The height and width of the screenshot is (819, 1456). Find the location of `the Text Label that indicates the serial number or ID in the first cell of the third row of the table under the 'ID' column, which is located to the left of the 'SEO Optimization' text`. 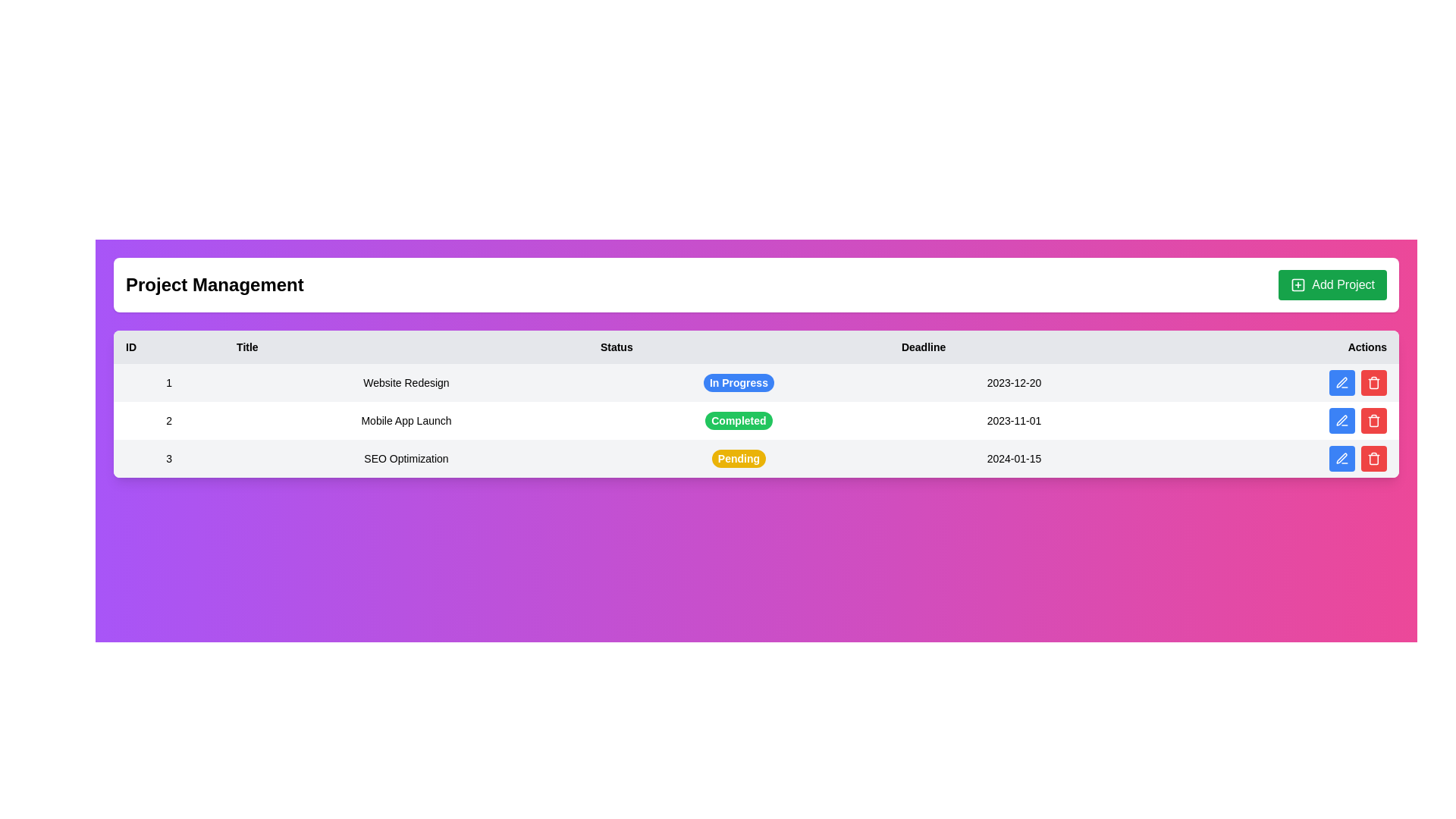

the Text Label that indicates the serial number or ID in the first cell of the third row of the table under the 'ID' column, which is located to the left of the 'SEO Optimization' text is located at coordinates (169, 458).